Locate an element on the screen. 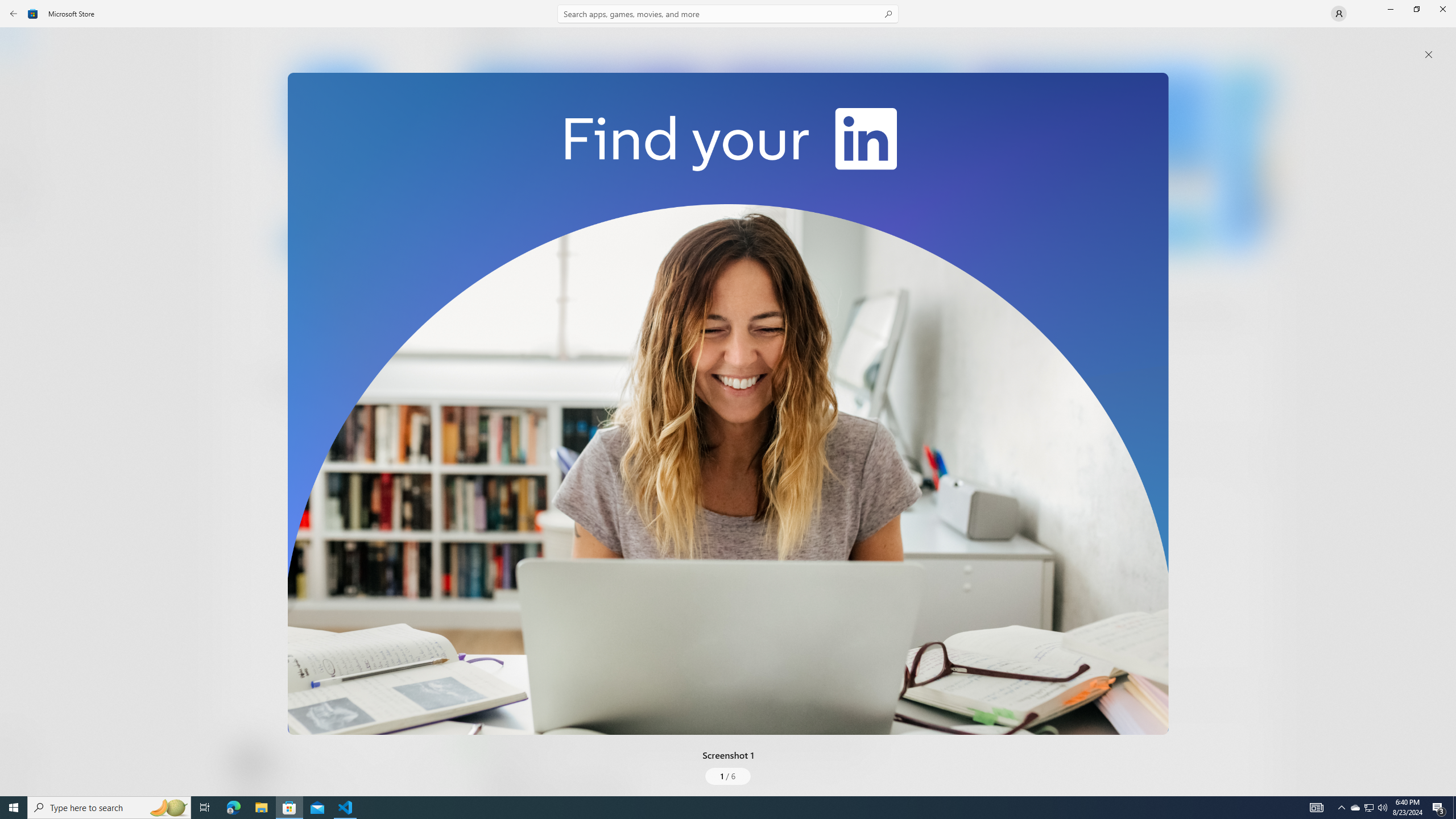 The width and height of the screenshot is (1456, 819). 'Home' is located at coordinates (19, 44).